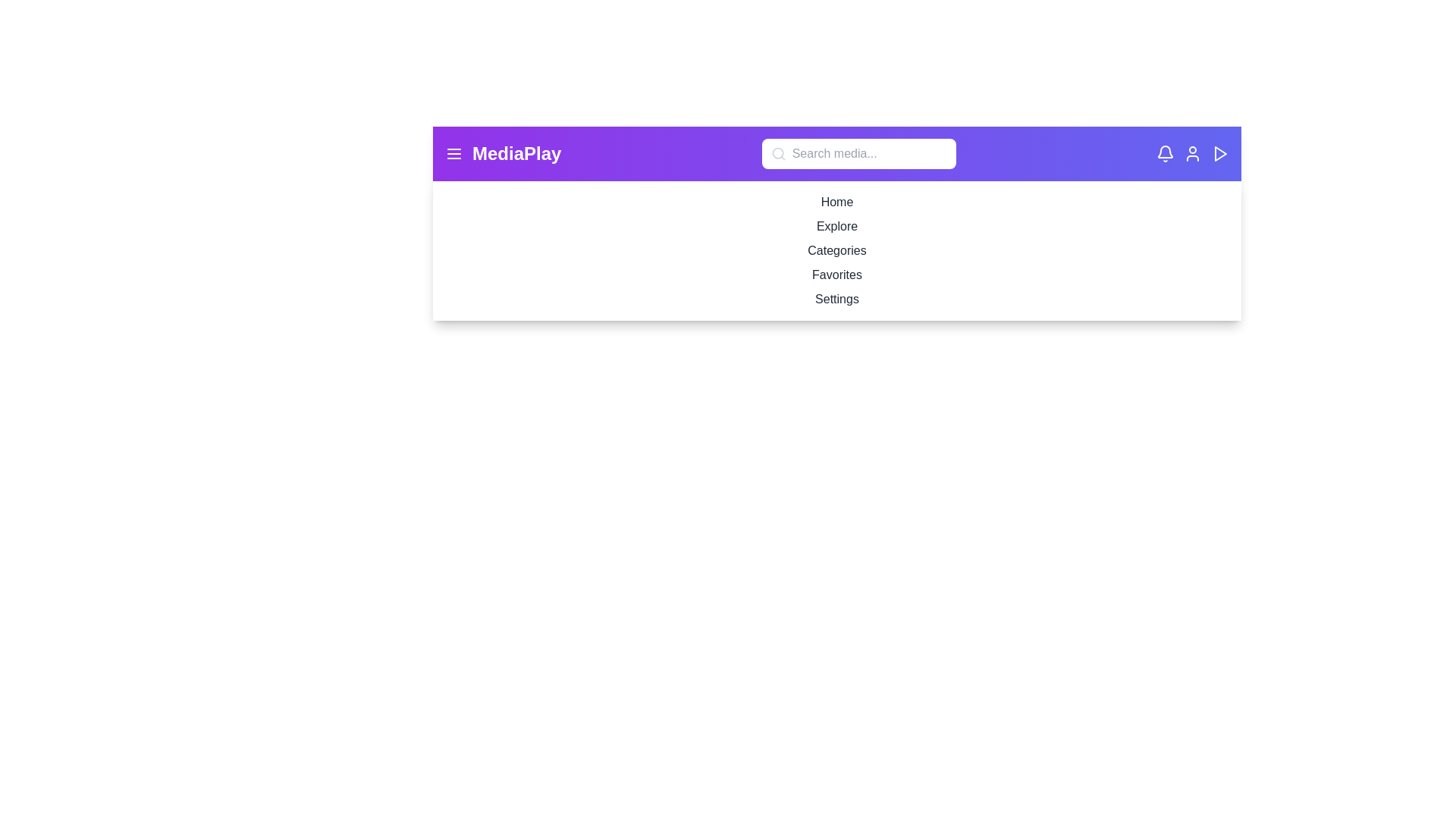 The height and width of the screenshot is (819, 1456). I want to click on the notification icon located, so click(1164, 152).